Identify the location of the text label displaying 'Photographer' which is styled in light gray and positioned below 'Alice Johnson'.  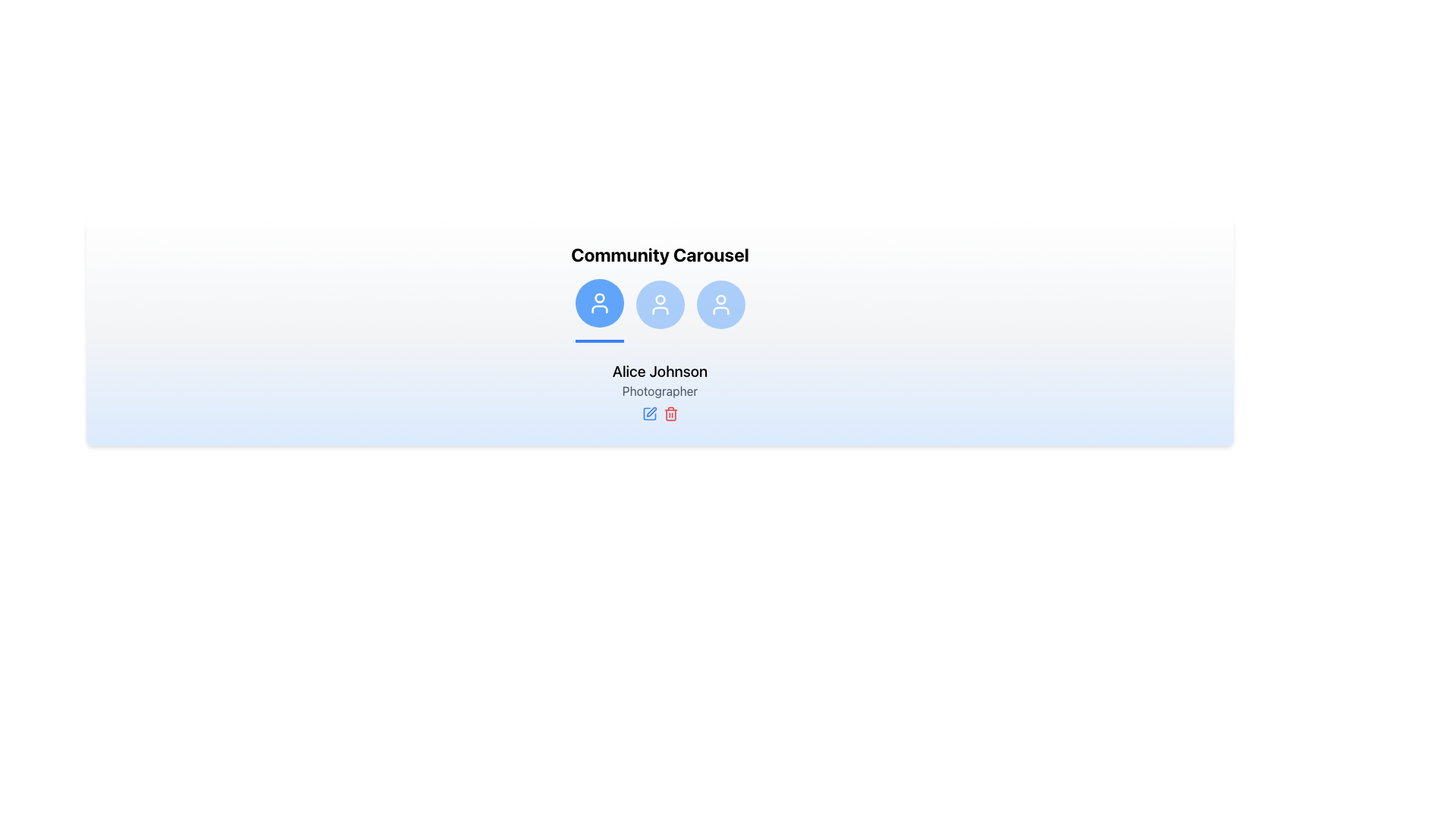
(660, 391).